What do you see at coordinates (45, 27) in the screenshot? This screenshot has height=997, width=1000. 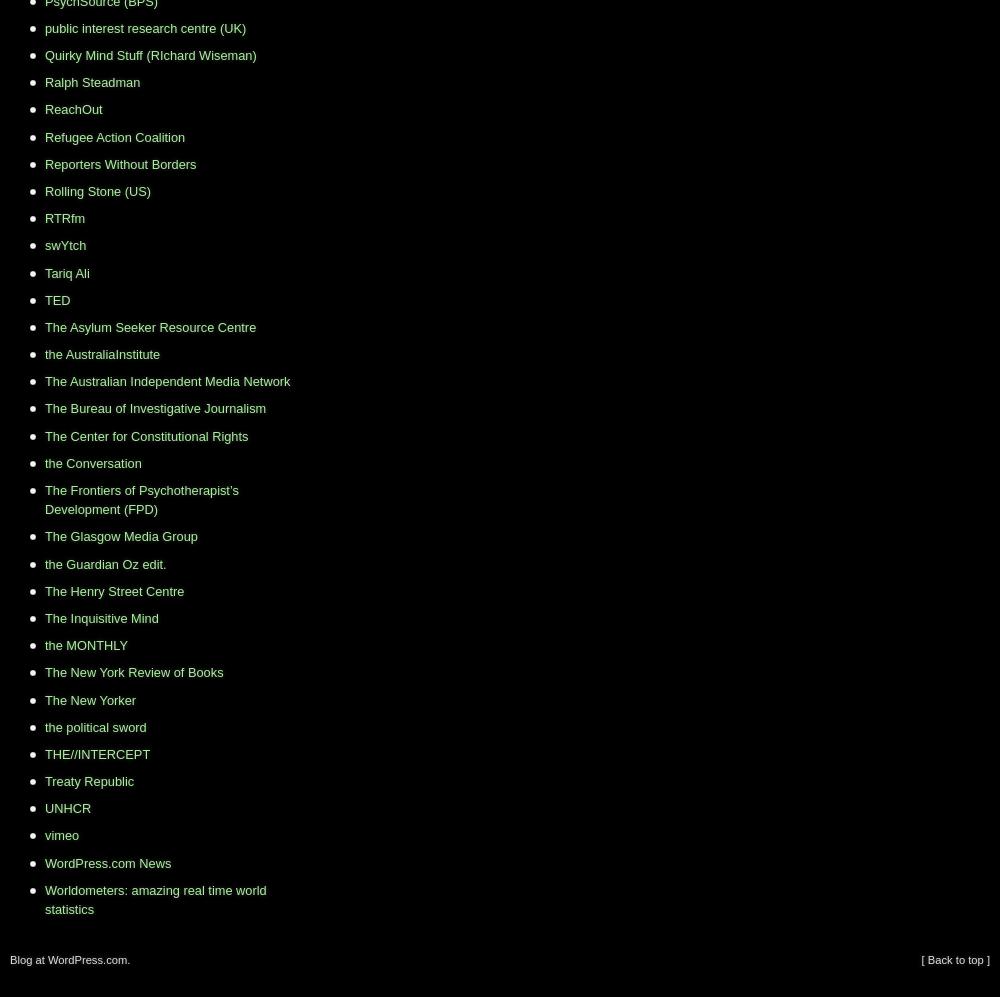 I see `'public interest research centre (UK)'` at bounding box center [45, 27].